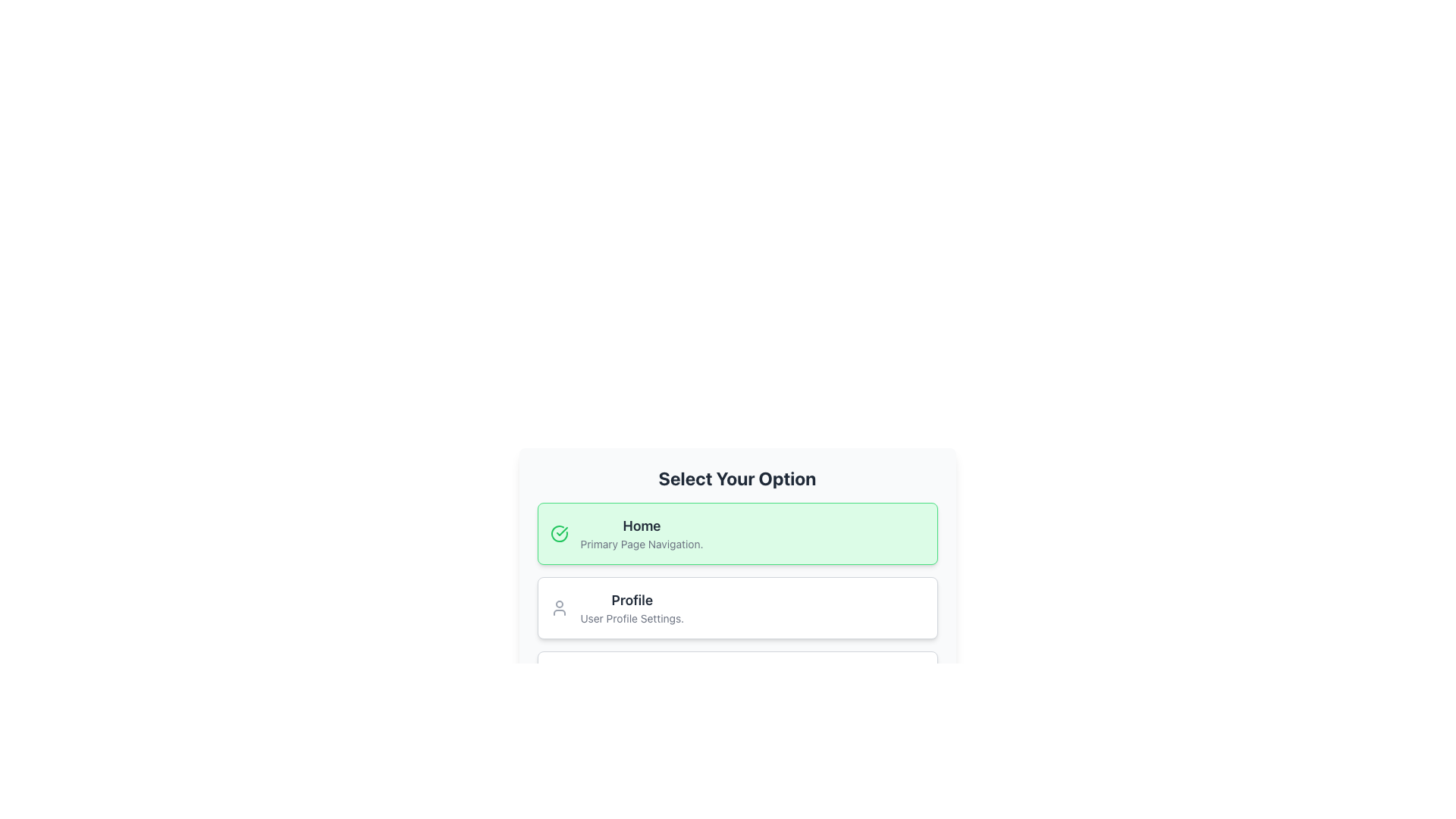 This screenshot has height=819, width=1456. I want to click on the user profile settings button, which is the second item in a vertical list within a centered card layout, located below the 'Home' option and above the 'Work' option, so click(737, 607).